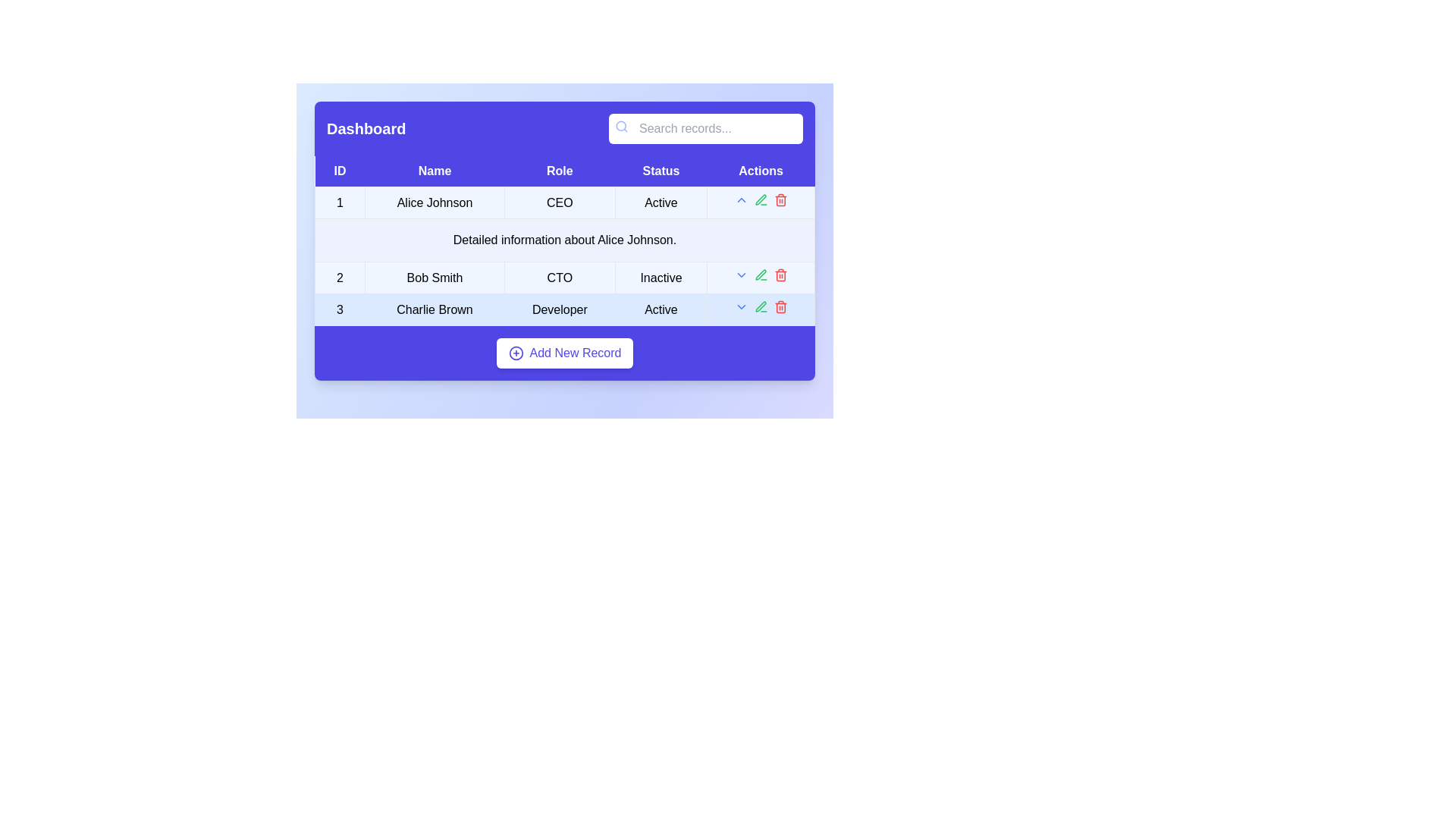 The width and height of the screenshot is (1456, 819). I want to click on the static text element displaying the role 'CTO' for user 'Bob Smith' in the second row of the table under the 'Role' column, so click(559, 278).